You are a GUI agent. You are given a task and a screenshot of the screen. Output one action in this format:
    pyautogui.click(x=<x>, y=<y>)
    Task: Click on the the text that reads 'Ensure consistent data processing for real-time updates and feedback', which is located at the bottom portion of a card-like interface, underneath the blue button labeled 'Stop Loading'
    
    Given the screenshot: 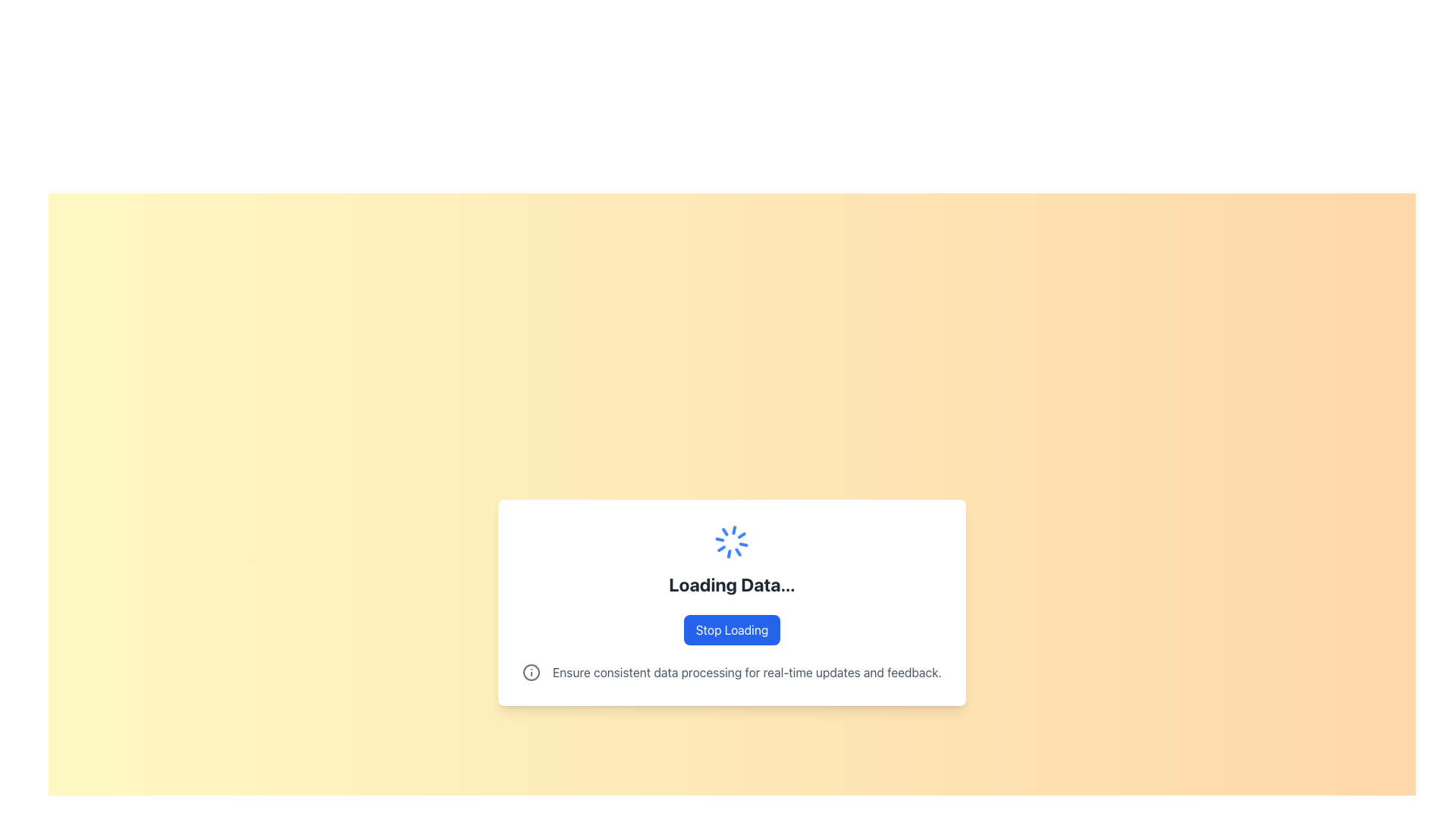 What is the action you would take?
    pyautogui.click(x=747, y=672)
    